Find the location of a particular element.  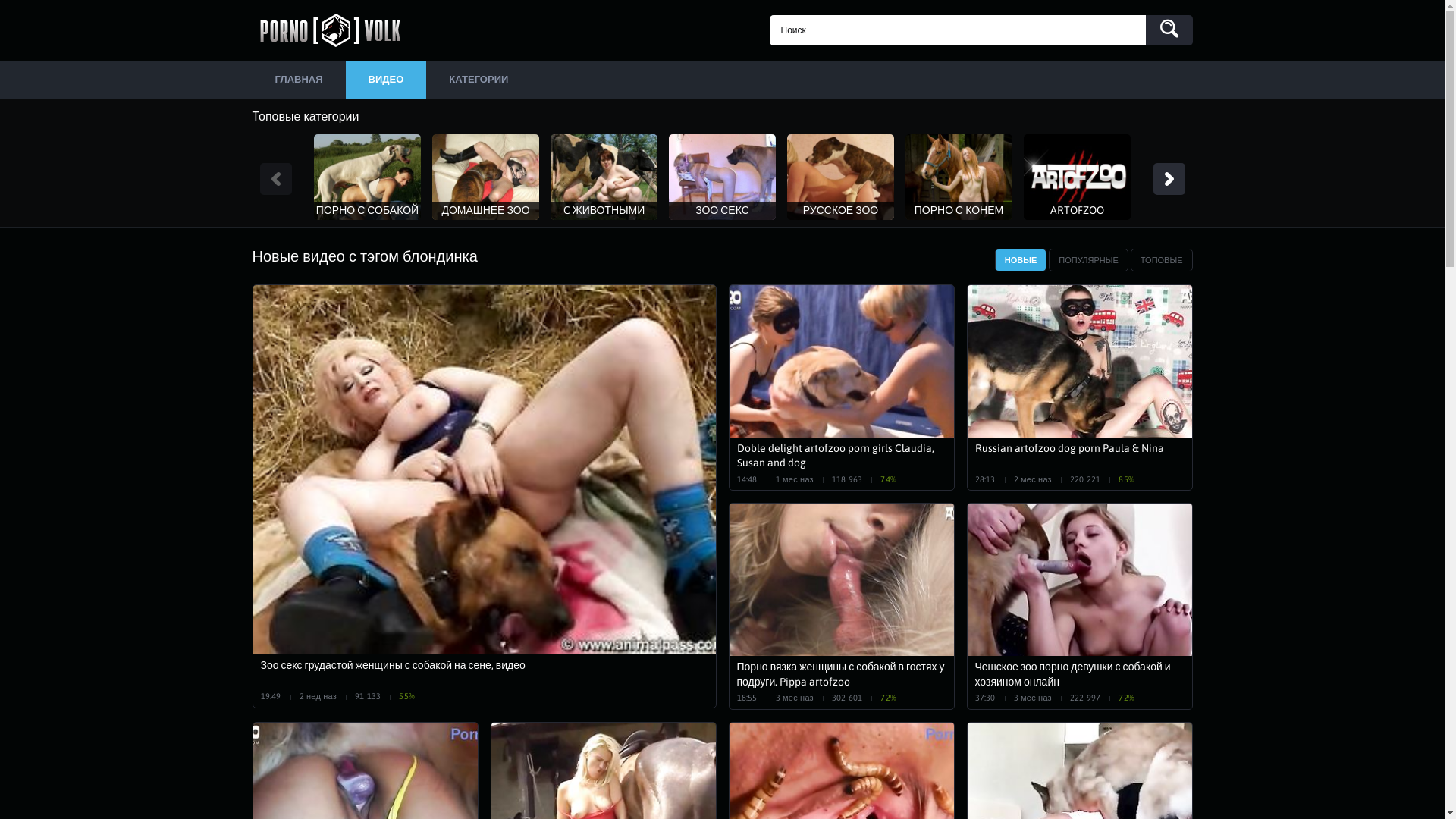

'PornoVolk' is located at coordinates (334, 30).